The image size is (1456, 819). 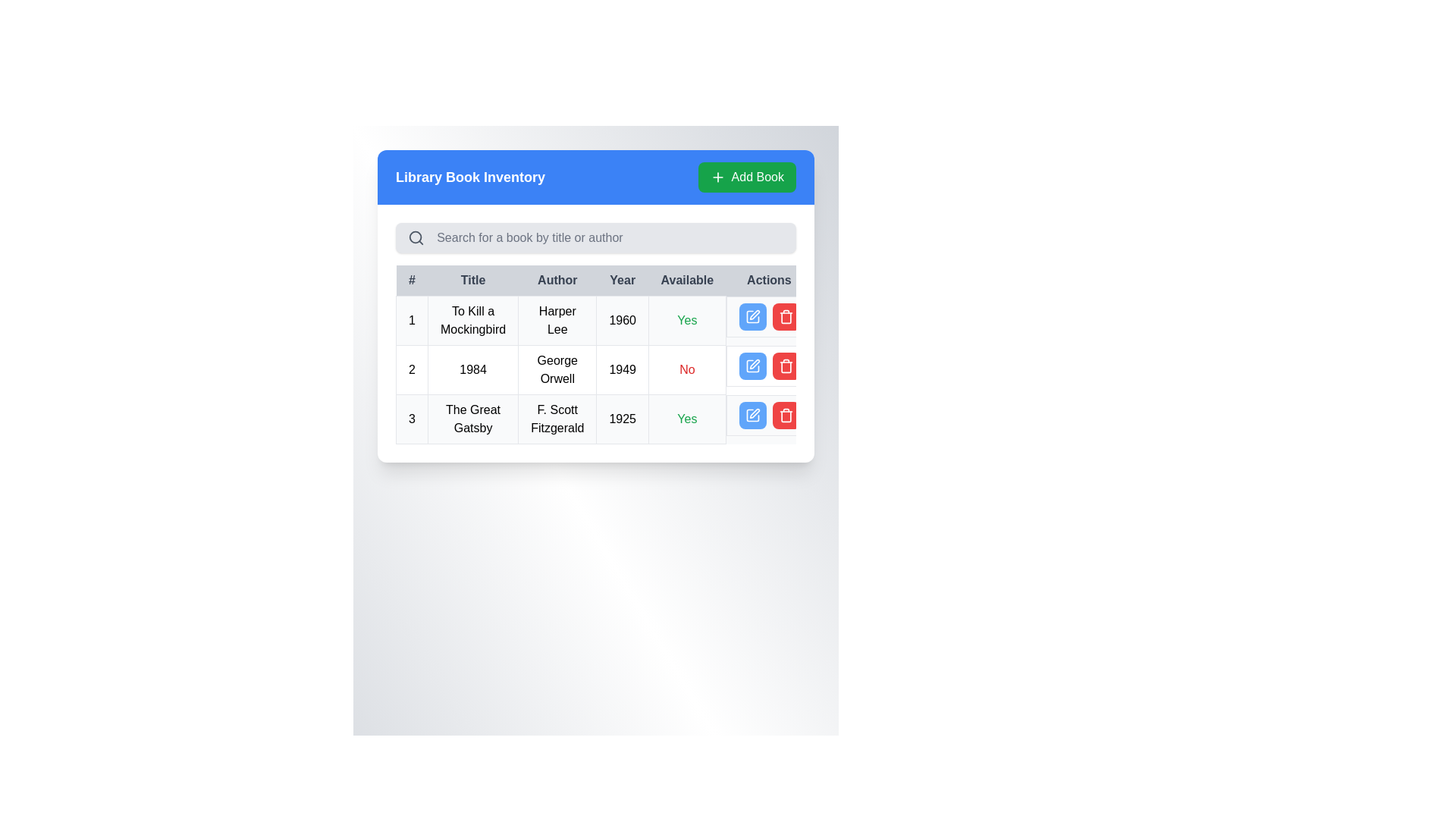 What do you see at coordinates (623, 370) in the screenshot?
I see `the table cell displaying '1949', which is the fourth column entry in the second row of the 'Library Book Inventory' table` at bounding box center [623, 370].